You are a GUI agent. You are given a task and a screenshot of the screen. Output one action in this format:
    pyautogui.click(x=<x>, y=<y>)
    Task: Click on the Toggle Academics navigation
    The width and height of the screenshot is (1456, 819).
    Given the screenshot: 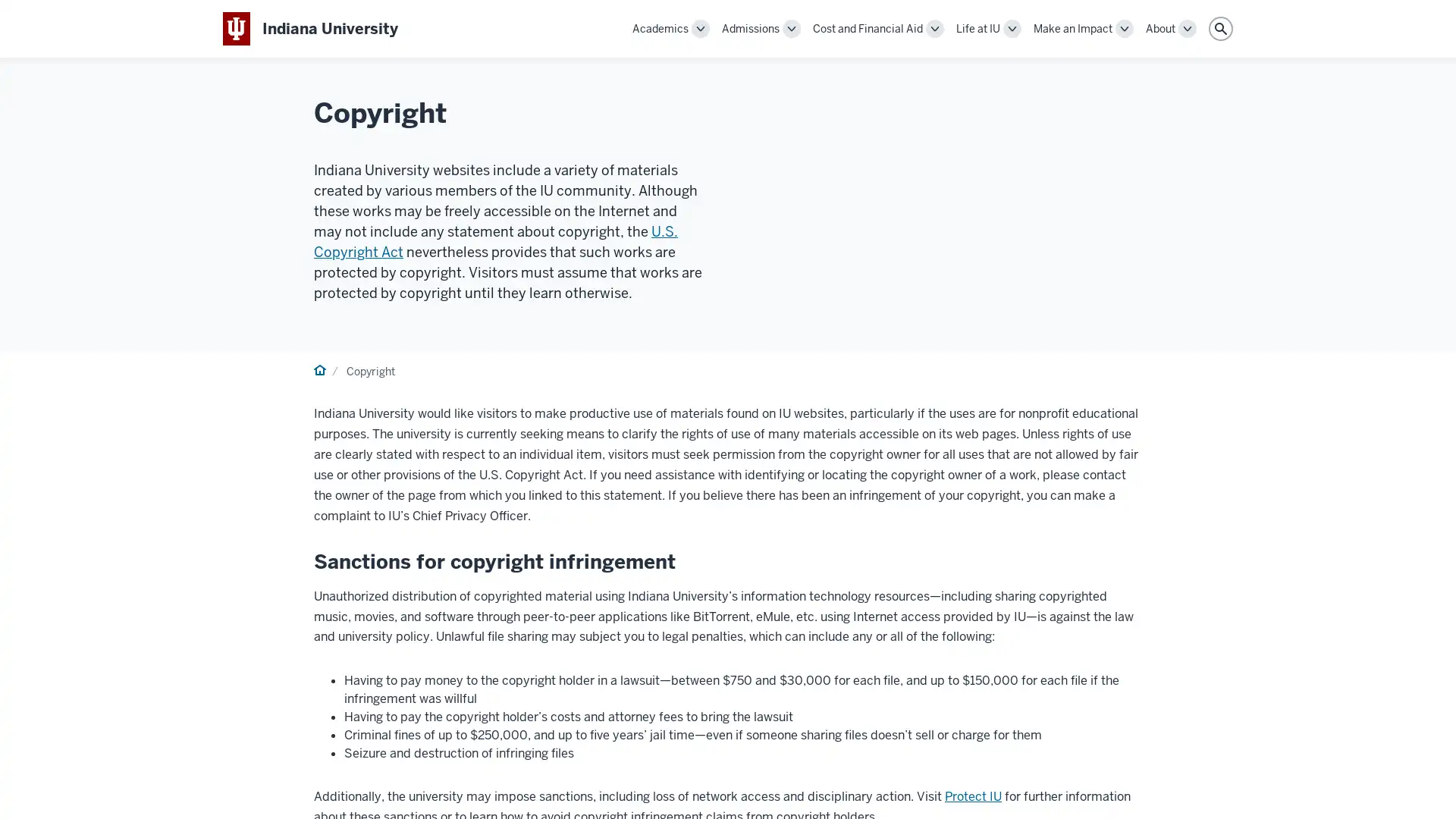 What is the action you would take?
    pyautogui.click(x=699, y=29)
    